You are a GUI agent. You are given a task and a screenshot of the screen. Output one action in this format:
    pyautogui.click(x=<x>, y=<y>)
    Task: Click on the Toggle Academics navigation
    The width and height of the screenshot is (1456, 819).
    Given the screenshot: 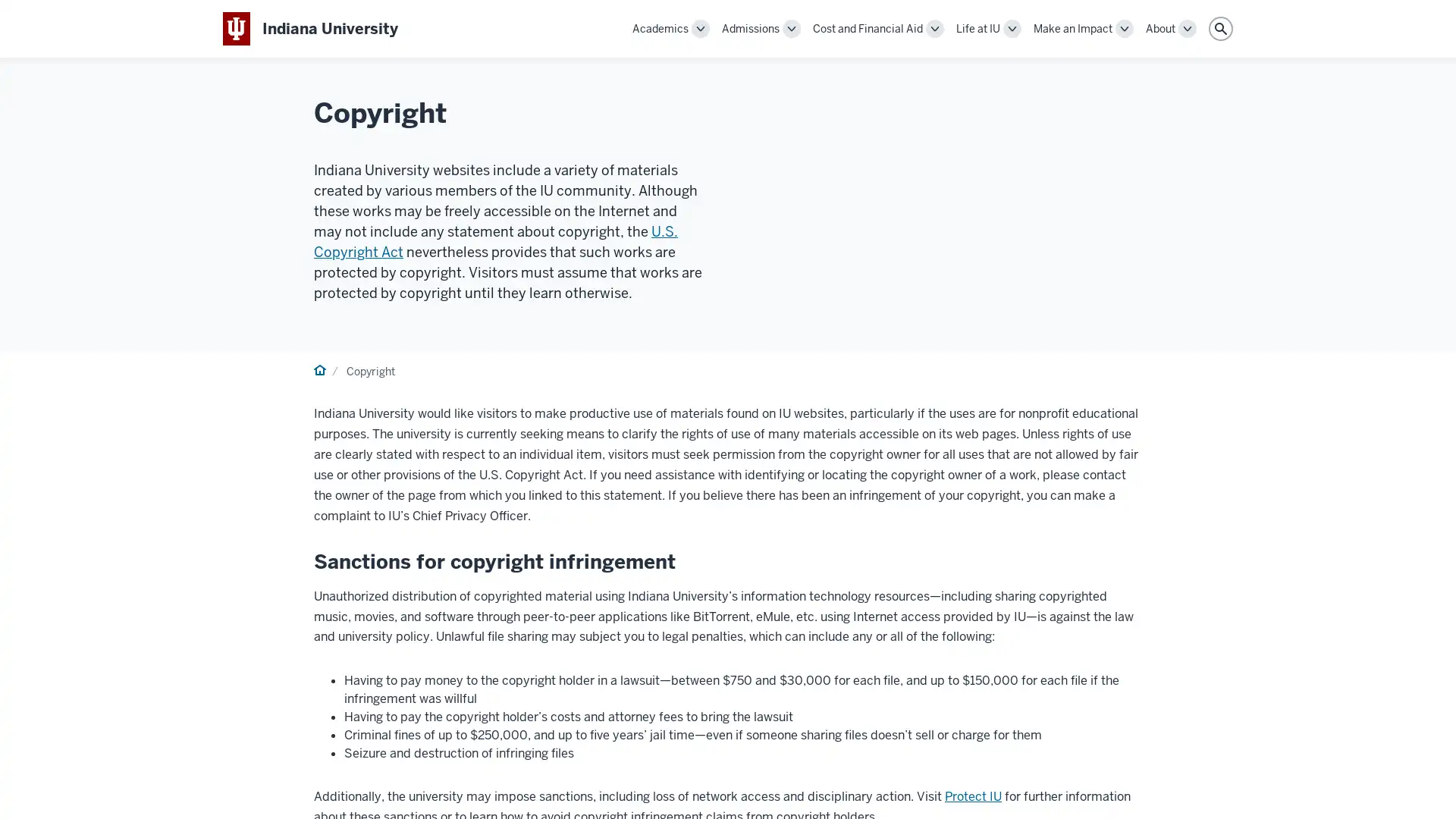 What is the action you would take?
    pyautogui.click(x=699, y=29)
    